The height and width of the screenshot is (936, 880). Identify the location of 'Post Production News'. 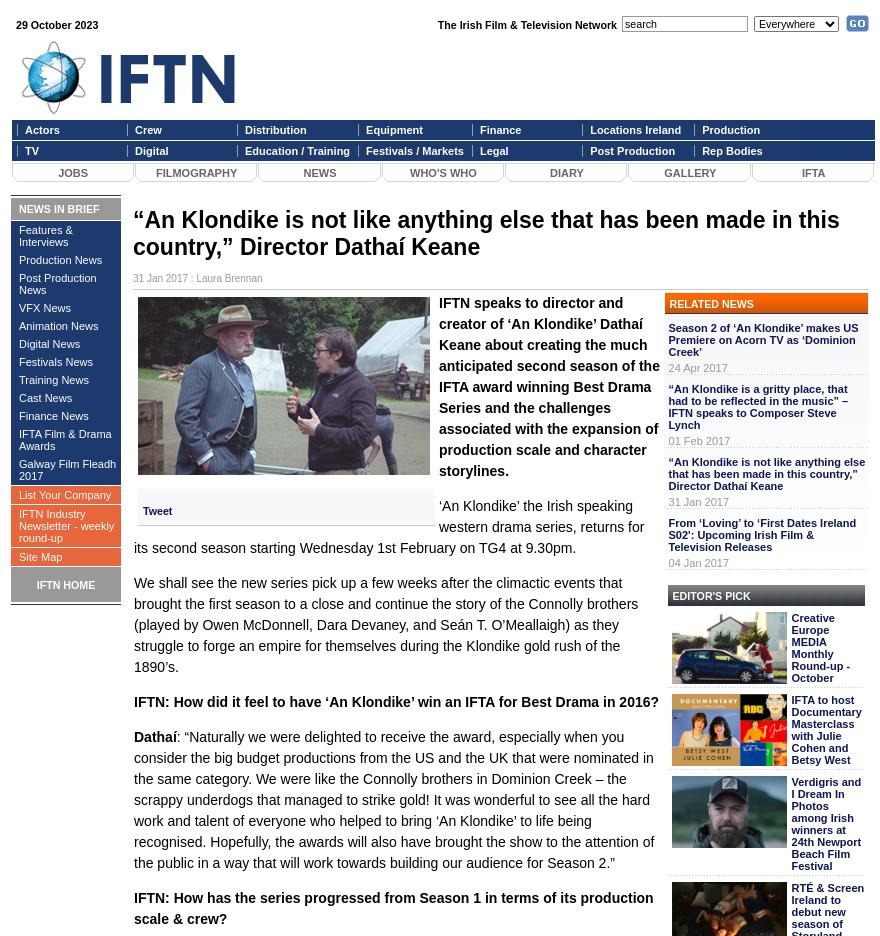
(57, 283).